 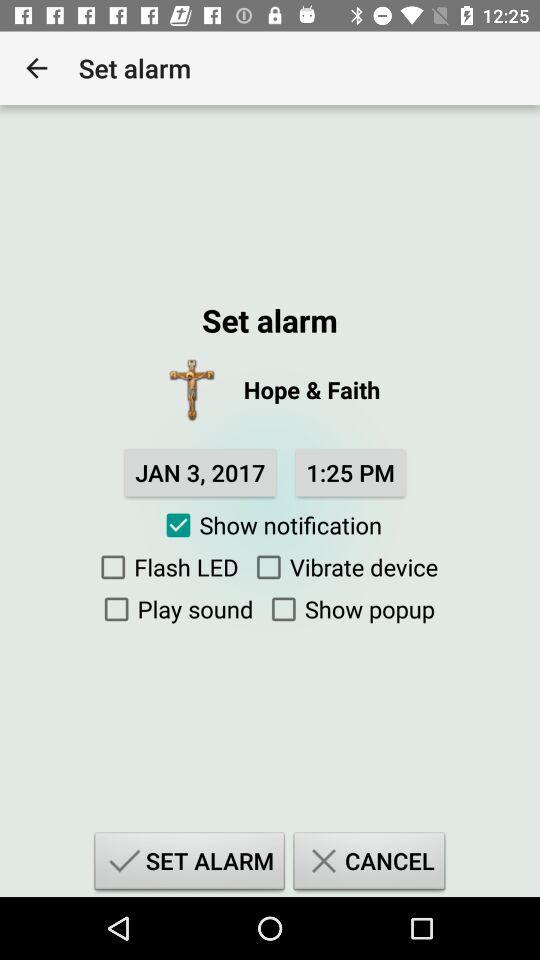 I want to click on the vibrate device icon, so click(x=341, y=567).